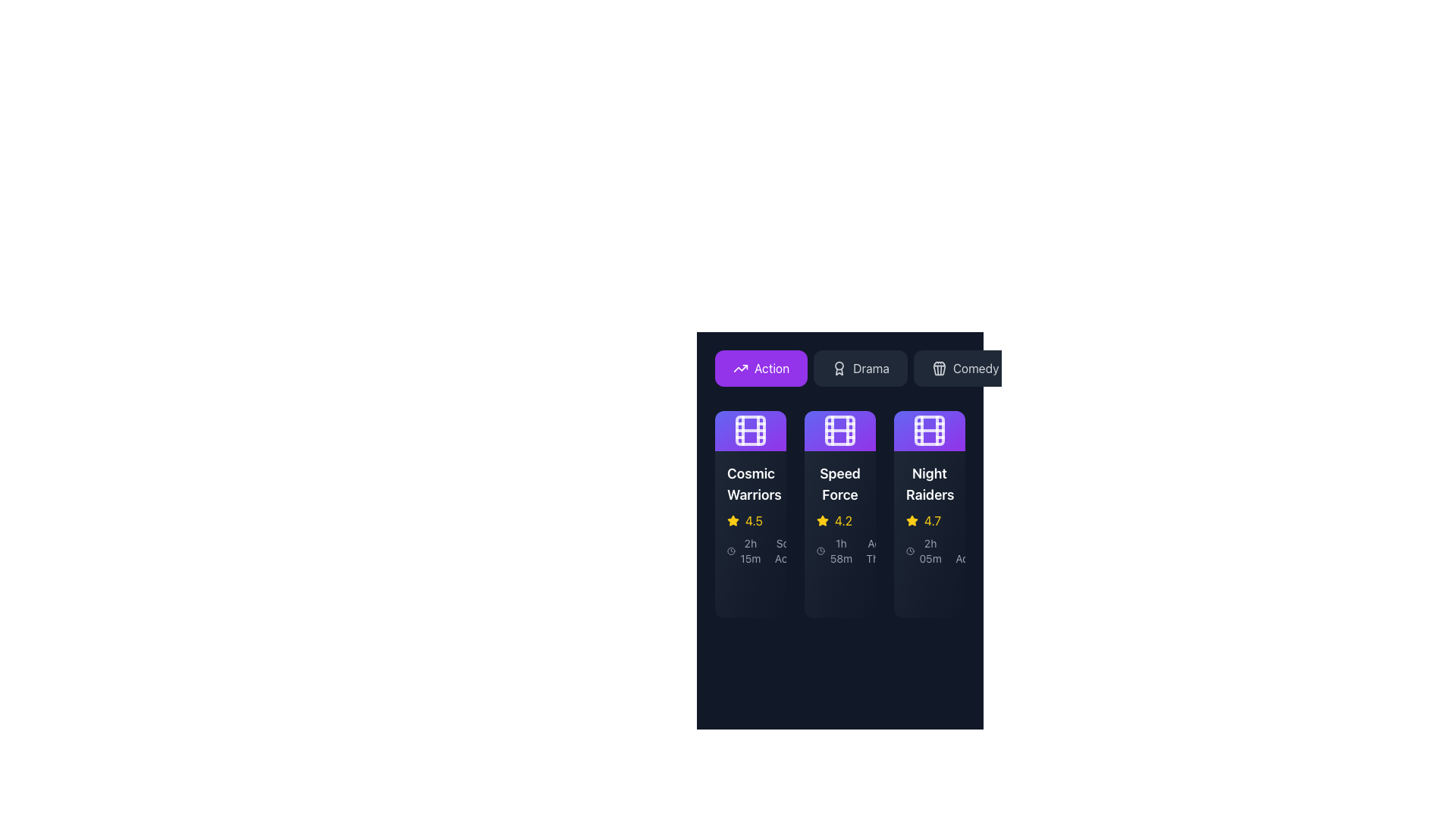 The width and height of the screenshot is (1456, 819). Describe the element at coordinates (733, 519) in the screenshot. I see `the star icon representing the rating for the movie 'Night Raiders', located in the third column above the rating text '4.7'` at that location.